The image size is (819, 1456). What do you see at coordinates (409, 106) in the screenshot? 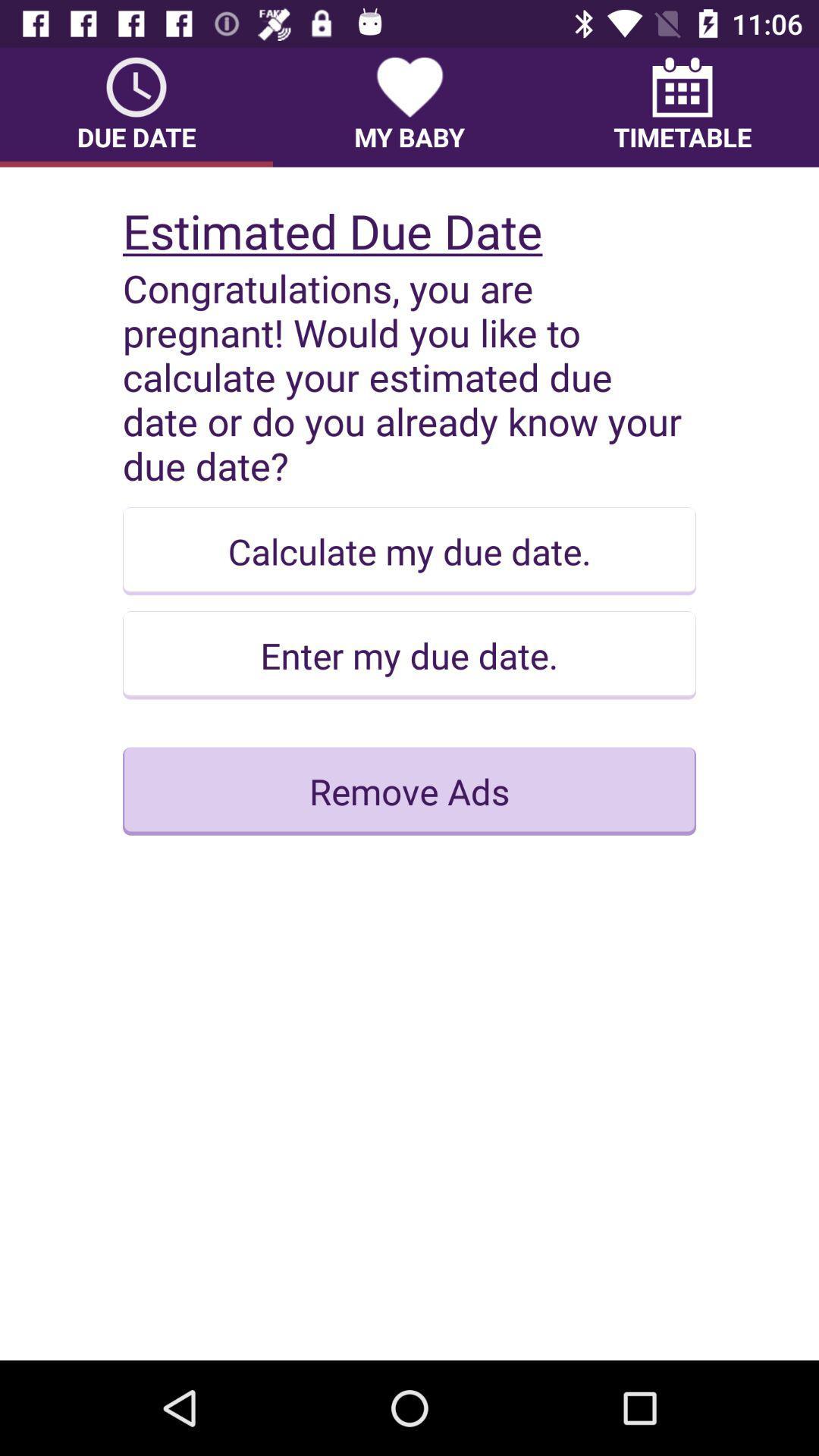
I see `the item next to timetable` at bounding box center [409, 106].